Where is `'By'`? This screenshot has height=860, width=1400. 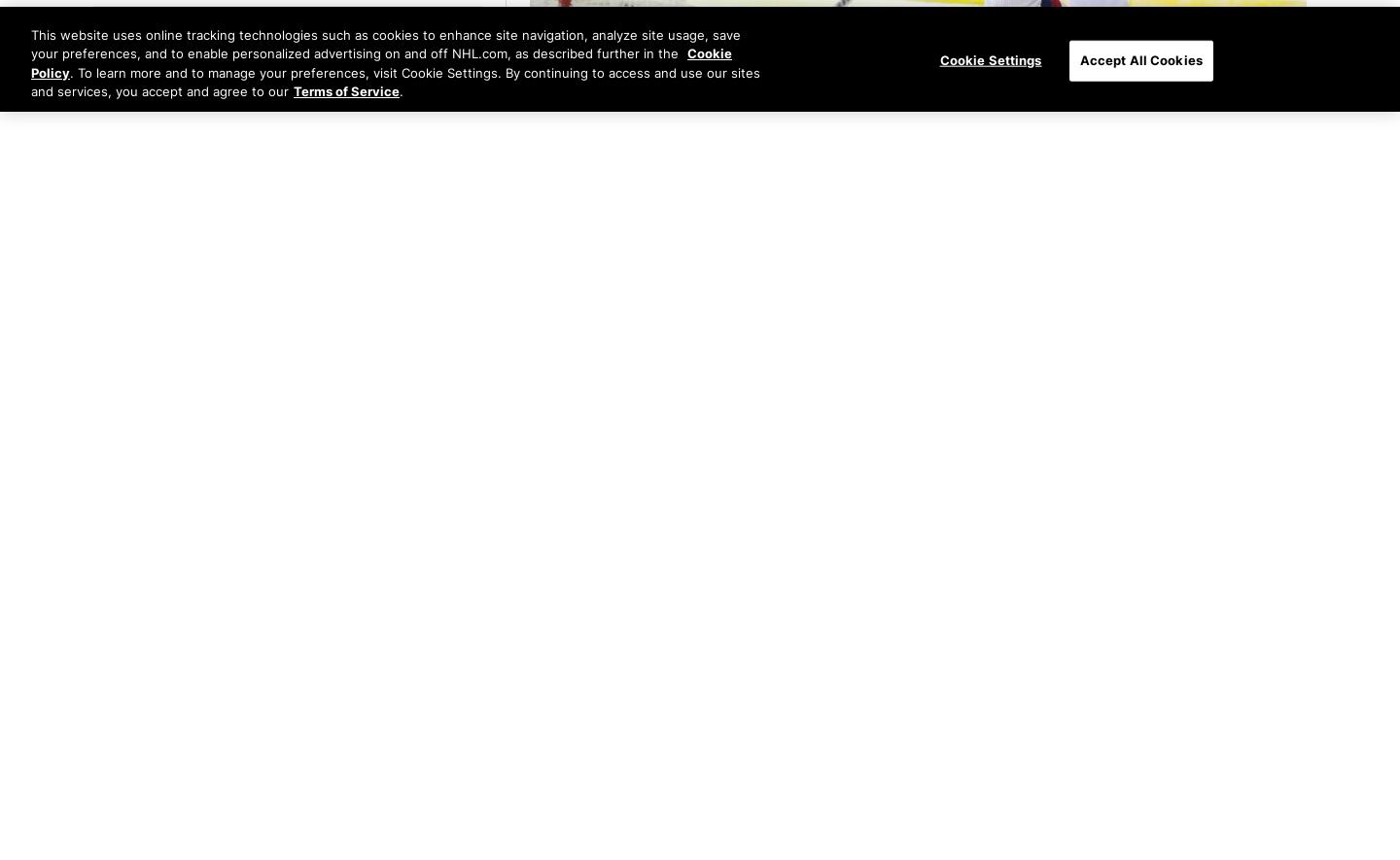 'By' is located at coordinates (538, 113).